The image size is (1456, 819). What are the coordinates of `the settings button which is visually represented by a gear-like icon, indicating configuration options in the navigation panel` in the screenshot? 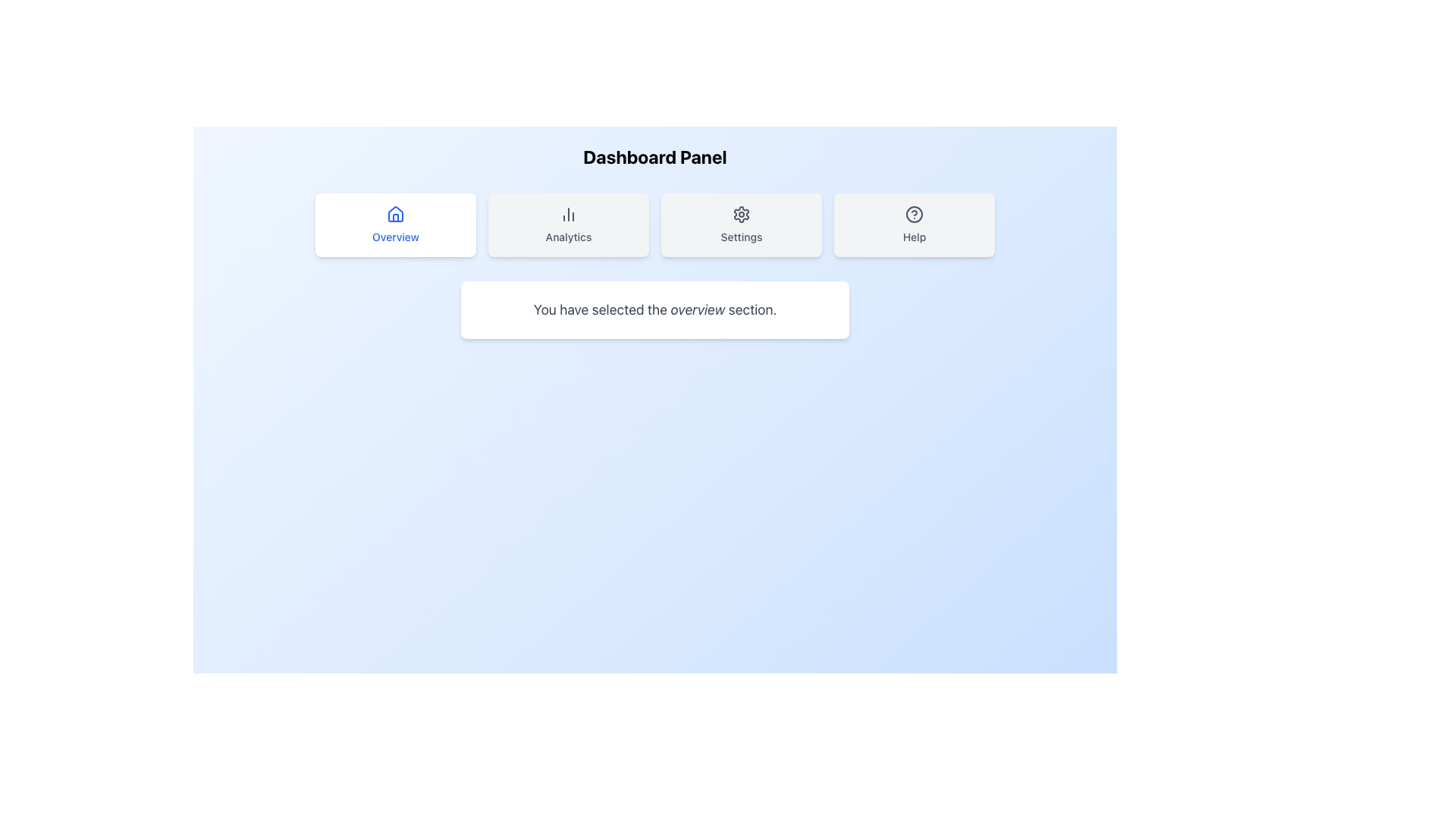 It's located at (742, 214).